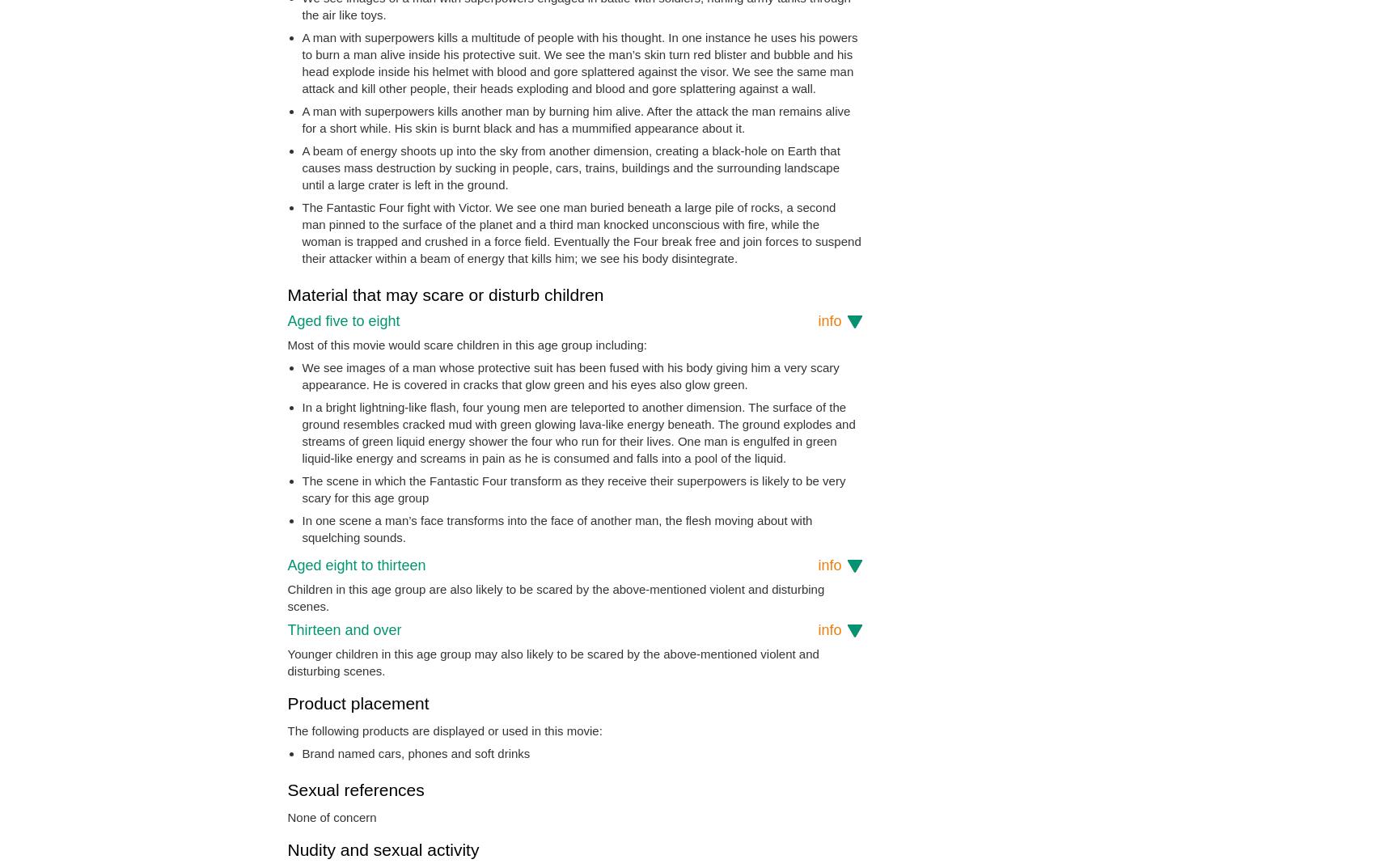 Image resolution: width=1384 pixels, height=868 pixels. I want to click on 'In one scene a man’s face transforms into the face of another man, the flesh moving about with squelching sounds.', so click(556, 527).